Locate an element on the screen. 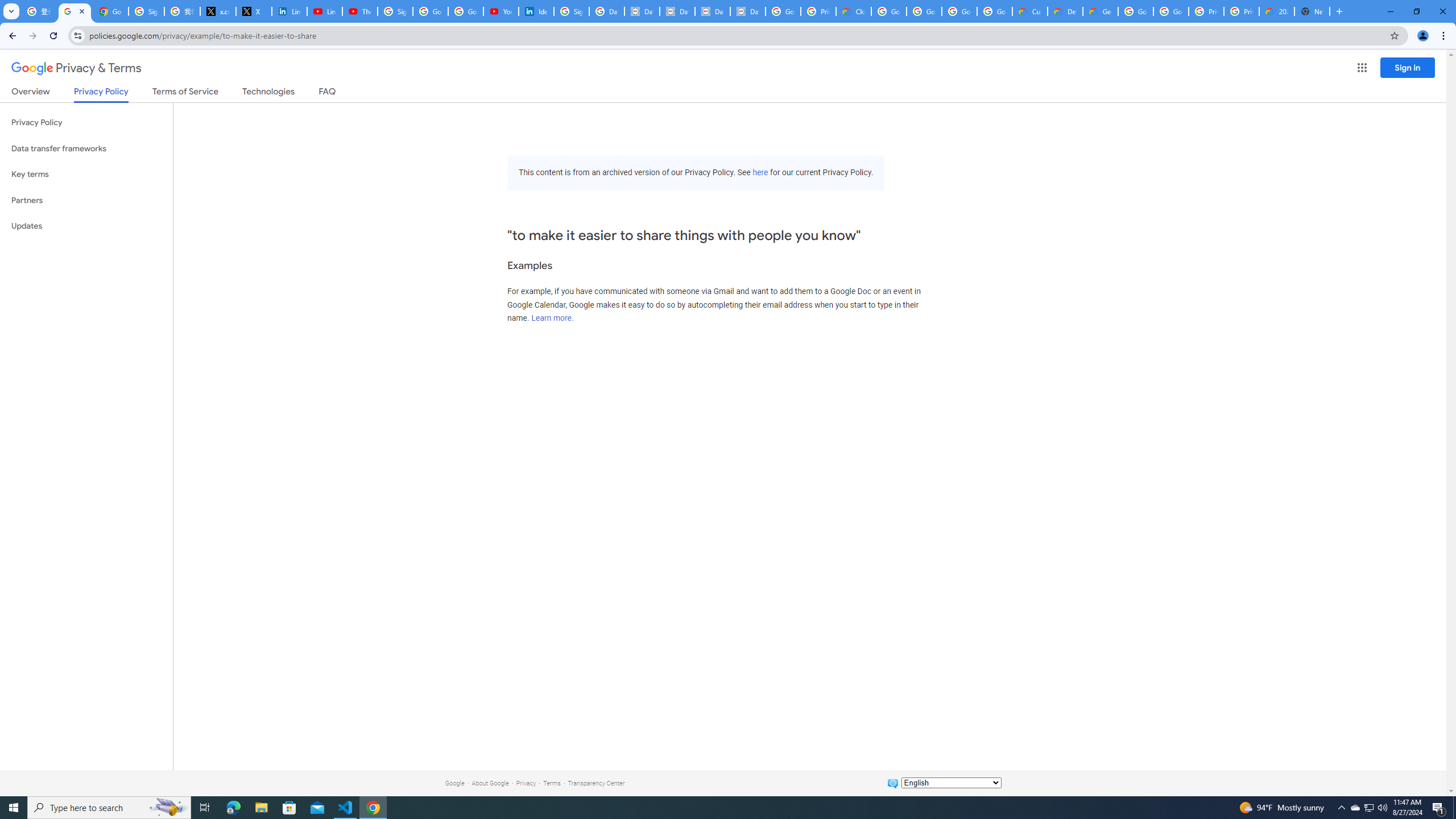 This screenshot has height=819, width=1456. 'LinkedIn - YouTube' is located at coordinates (324, 11).